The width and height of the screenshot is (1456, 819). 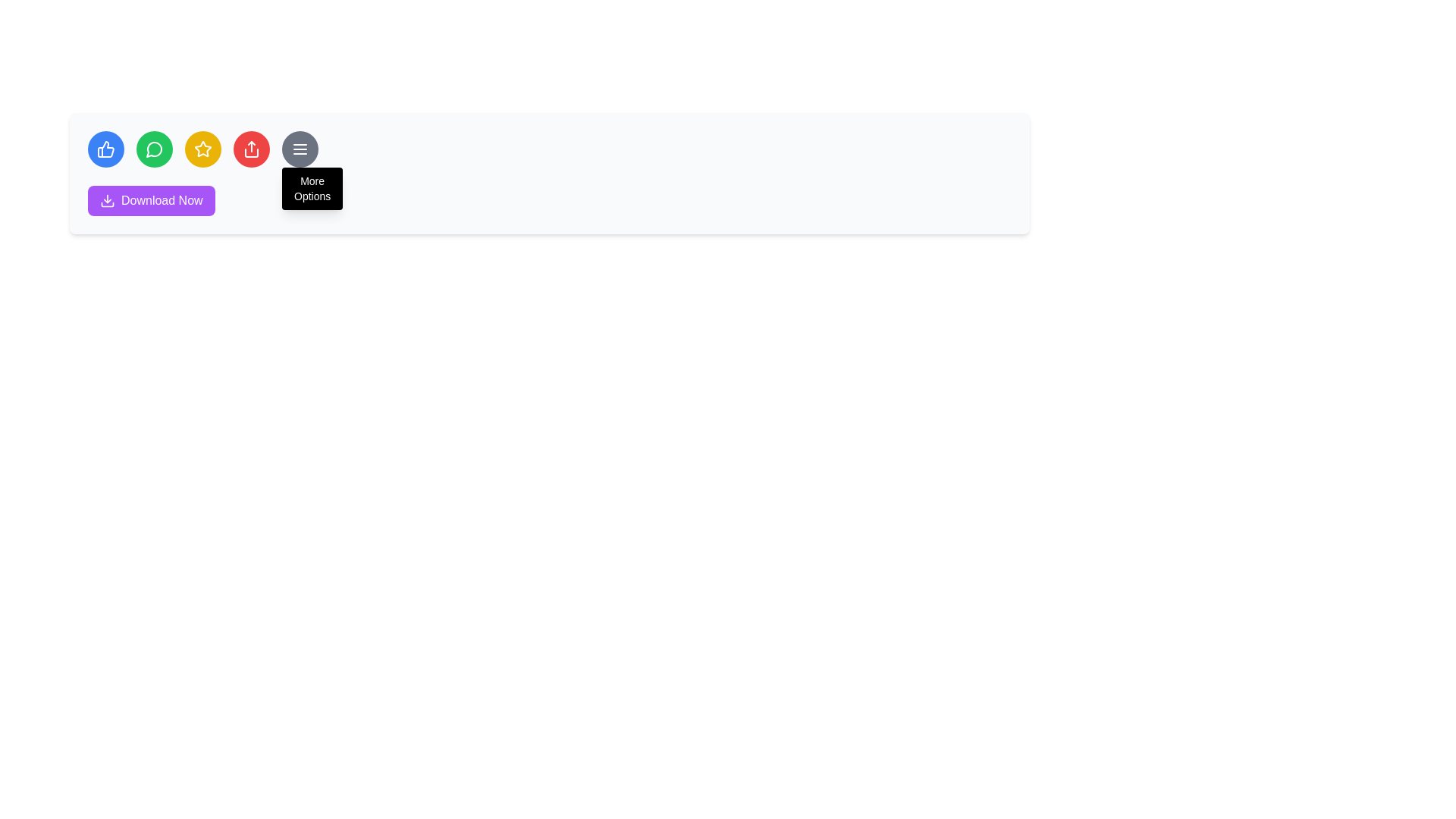 What do you see at coordinates (300, 149) in the screenshot?
I see `the gray circular IconButton located at the rightmost side of the horizontal action bar` at bounding box center [300, 149].